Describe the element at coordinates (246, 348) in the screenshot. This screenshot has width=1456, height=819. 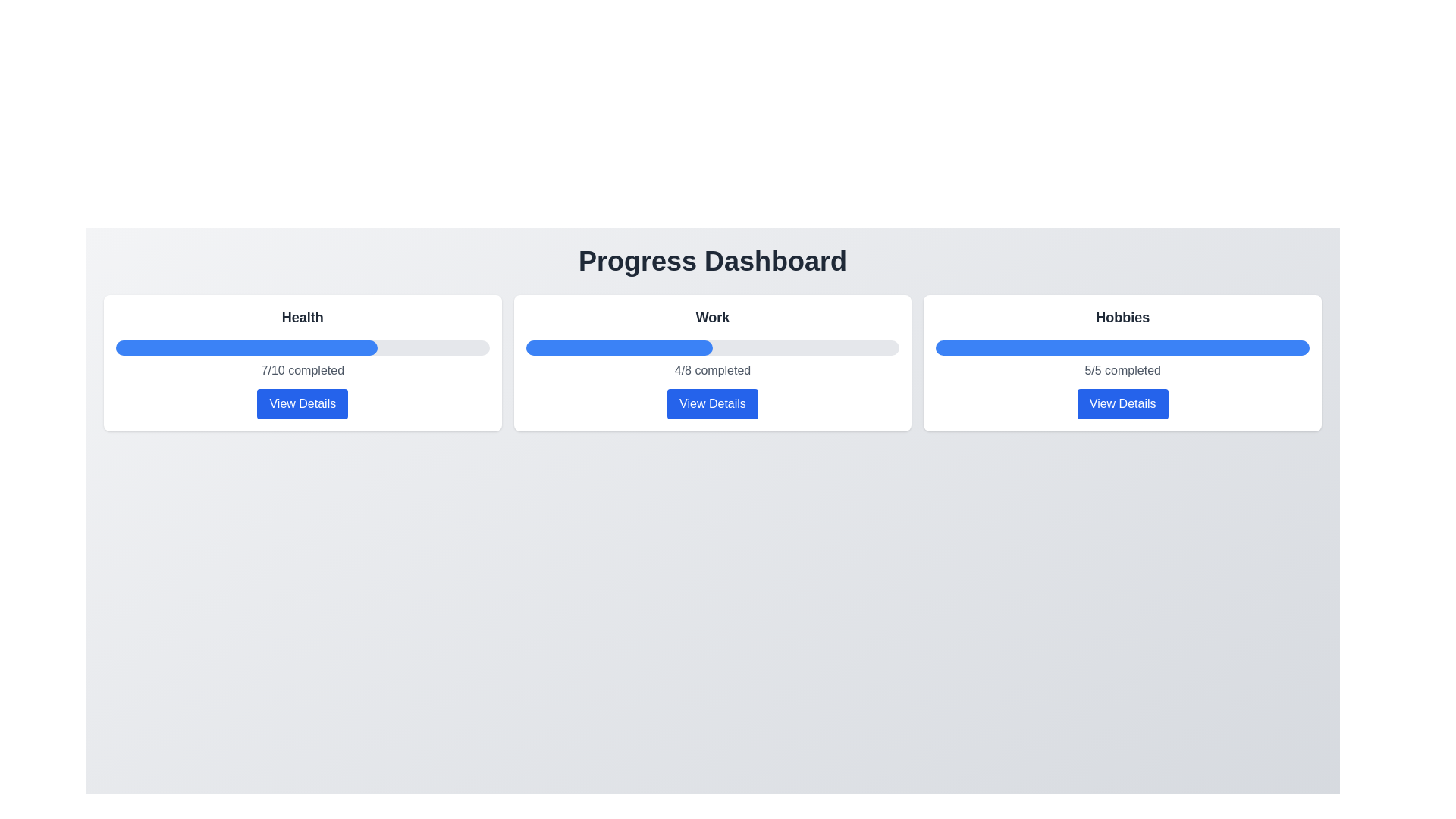
I see `the blue rounded rectangle Progress Indicator Bar that represents the progress for the 'Health' section of the dashboard` at that location.